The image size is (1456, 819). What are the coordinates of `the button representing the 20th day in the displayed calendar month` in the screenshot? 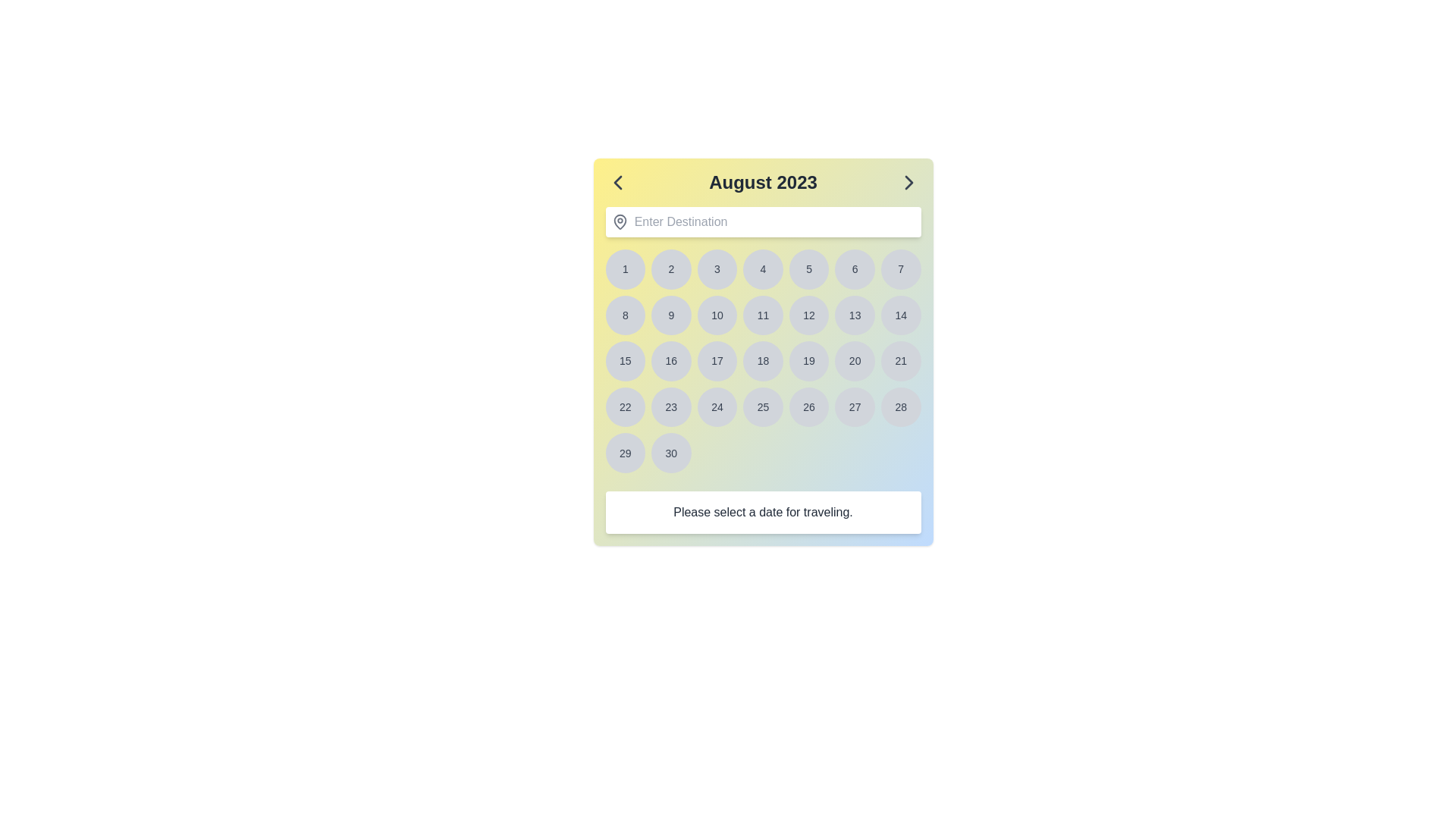 It's located at (855, 361).